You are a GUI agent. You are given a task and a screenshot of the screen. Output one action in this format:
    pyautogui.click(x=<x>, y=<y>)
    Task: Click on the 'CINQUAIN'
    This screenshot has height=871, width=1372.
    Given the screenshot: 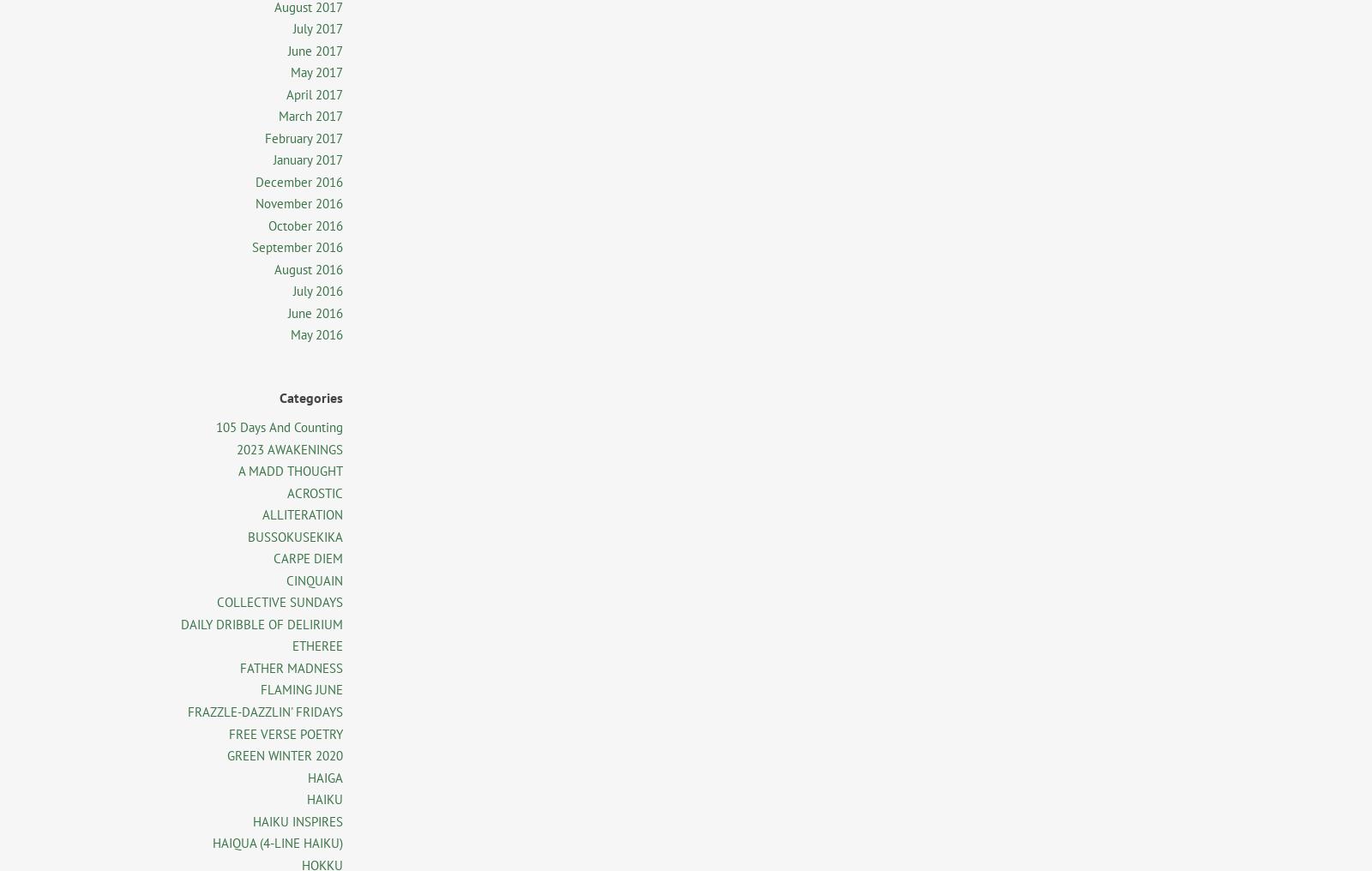 What is the action you would take?
    pyautogui.click(x=315, y=579)
    